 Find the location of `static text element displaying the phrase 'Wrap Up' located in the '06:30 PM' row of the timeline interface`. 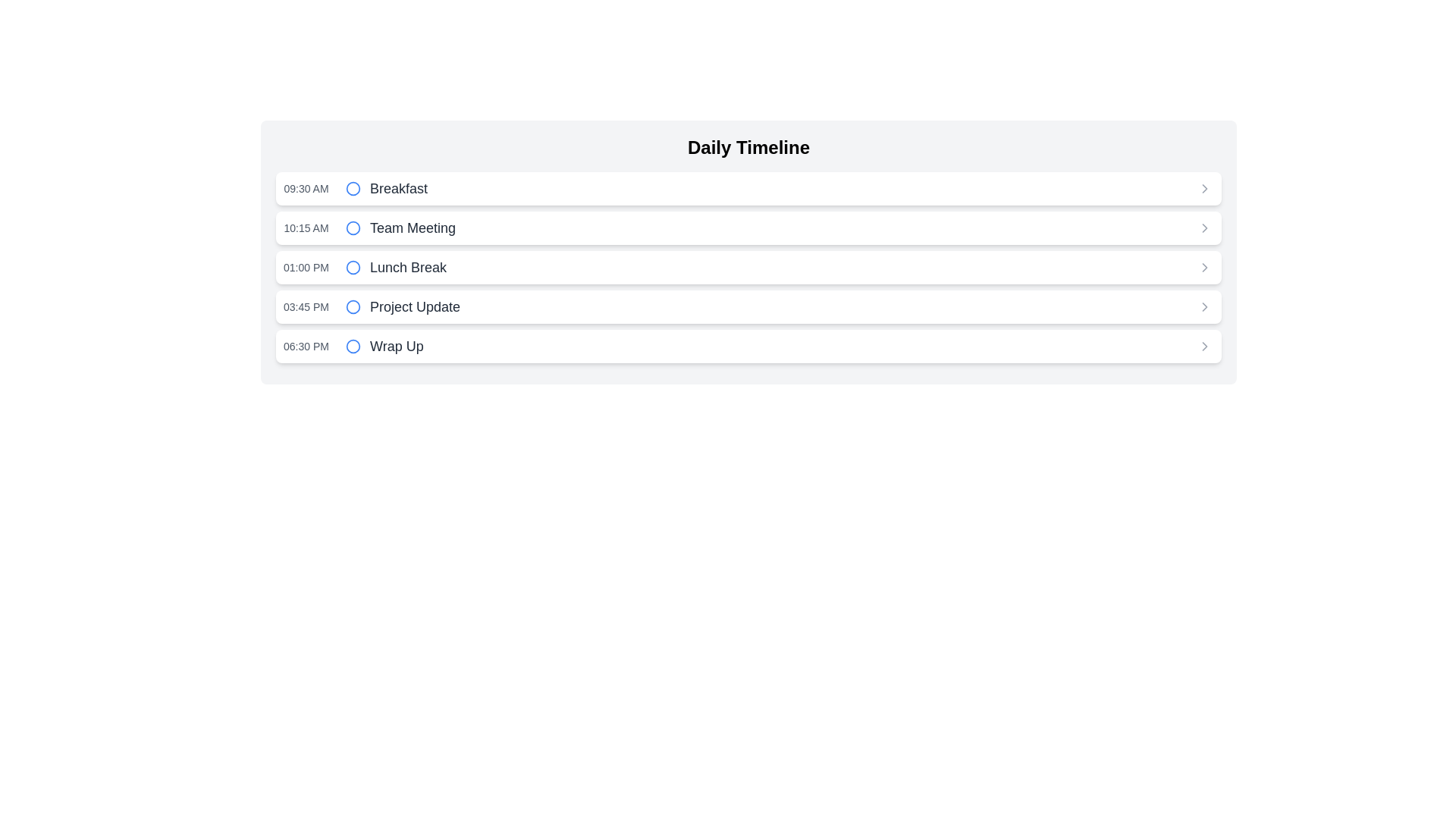

static text element displaying the phrase 'Wrap Up' located in the '06:30 PM' row of the timeline interface is located at coordinates (397, 346).